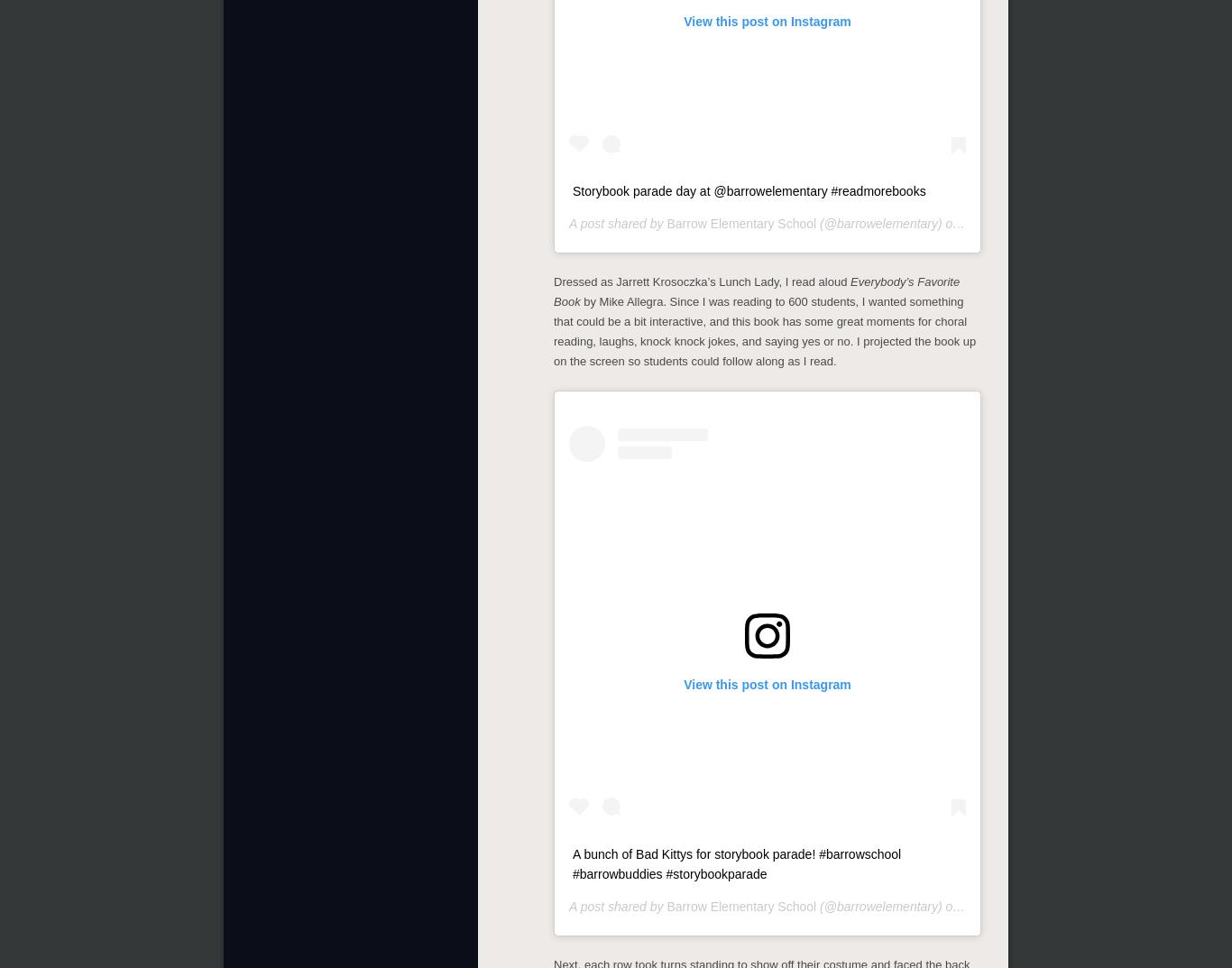 The height and width of the screenshot is (968, 1232). Describe the element at coordinates (736, 862) in the screenshot. I see `'A bunch of Bad Kittys for storybook parade! #barrowschool #barrowbuddies #storybookparade'` at that location.